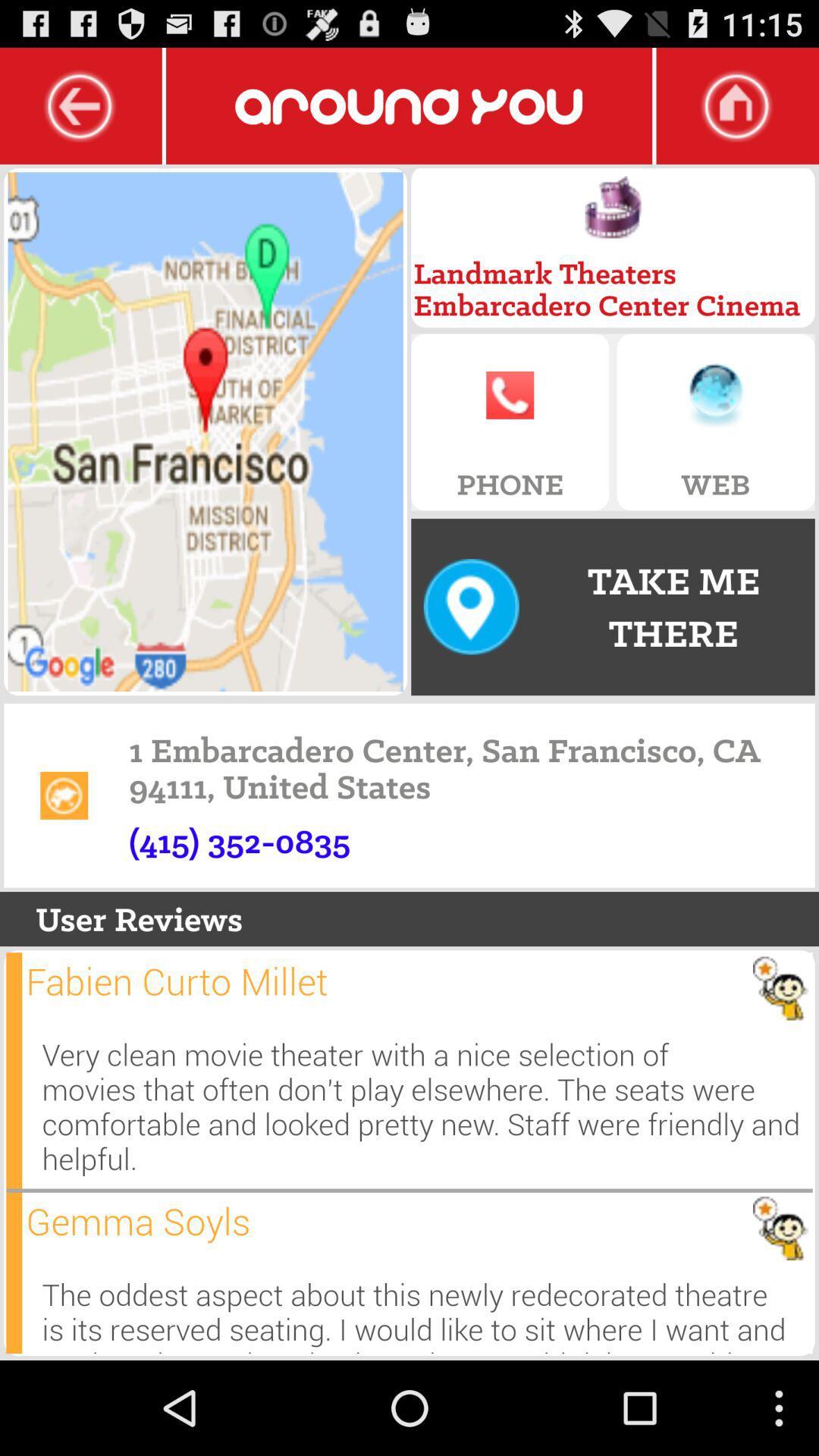 The height and width of the screenshot is (1456, 819). What do you see at coordinates (613, 207) in the screenshot?
I see `the image below the landmark theaters` at bounding box center [613, 207].